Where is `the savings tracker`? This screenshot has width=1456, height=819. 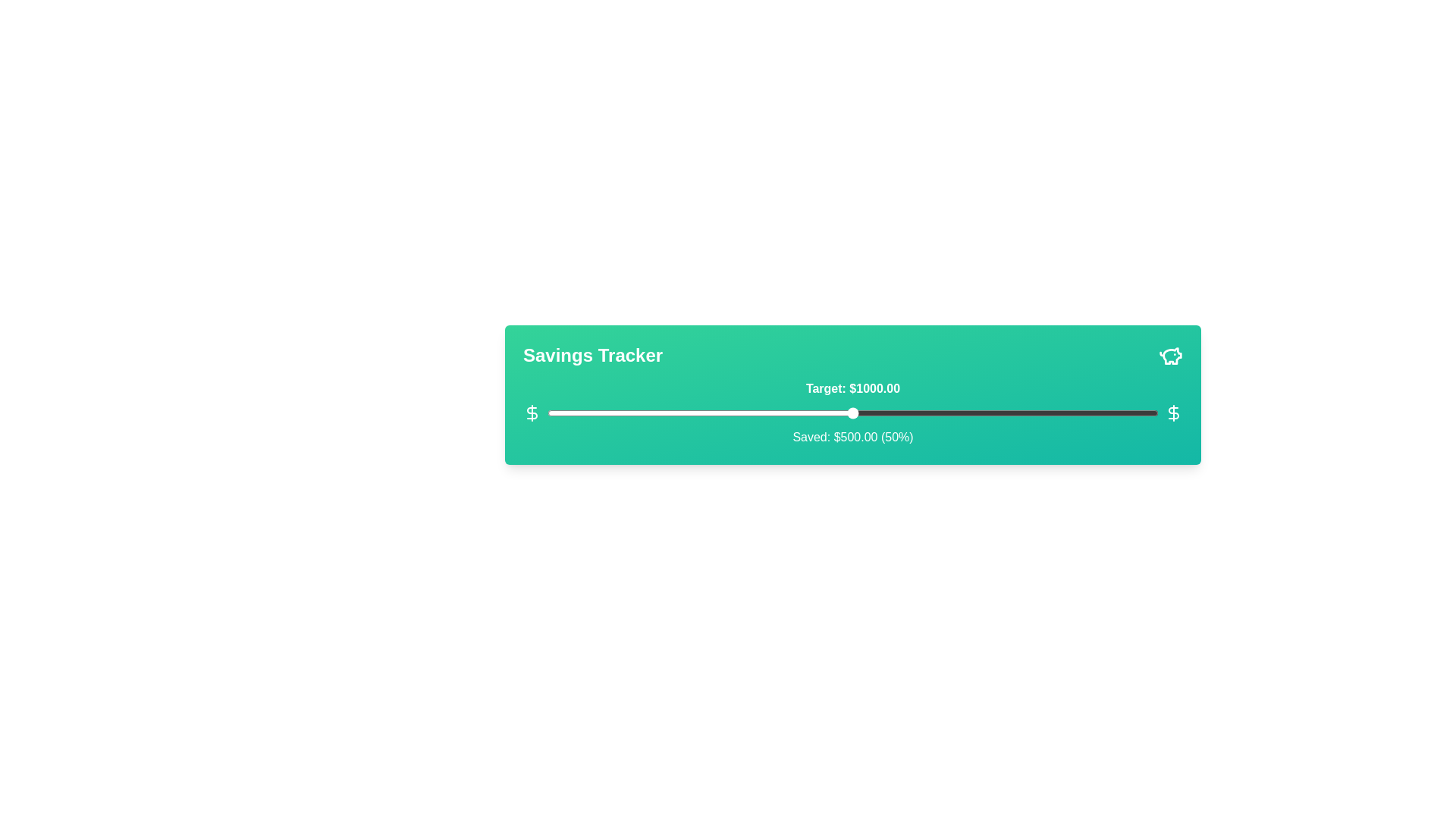 the savings tracker is located at coordinates (614, 413).